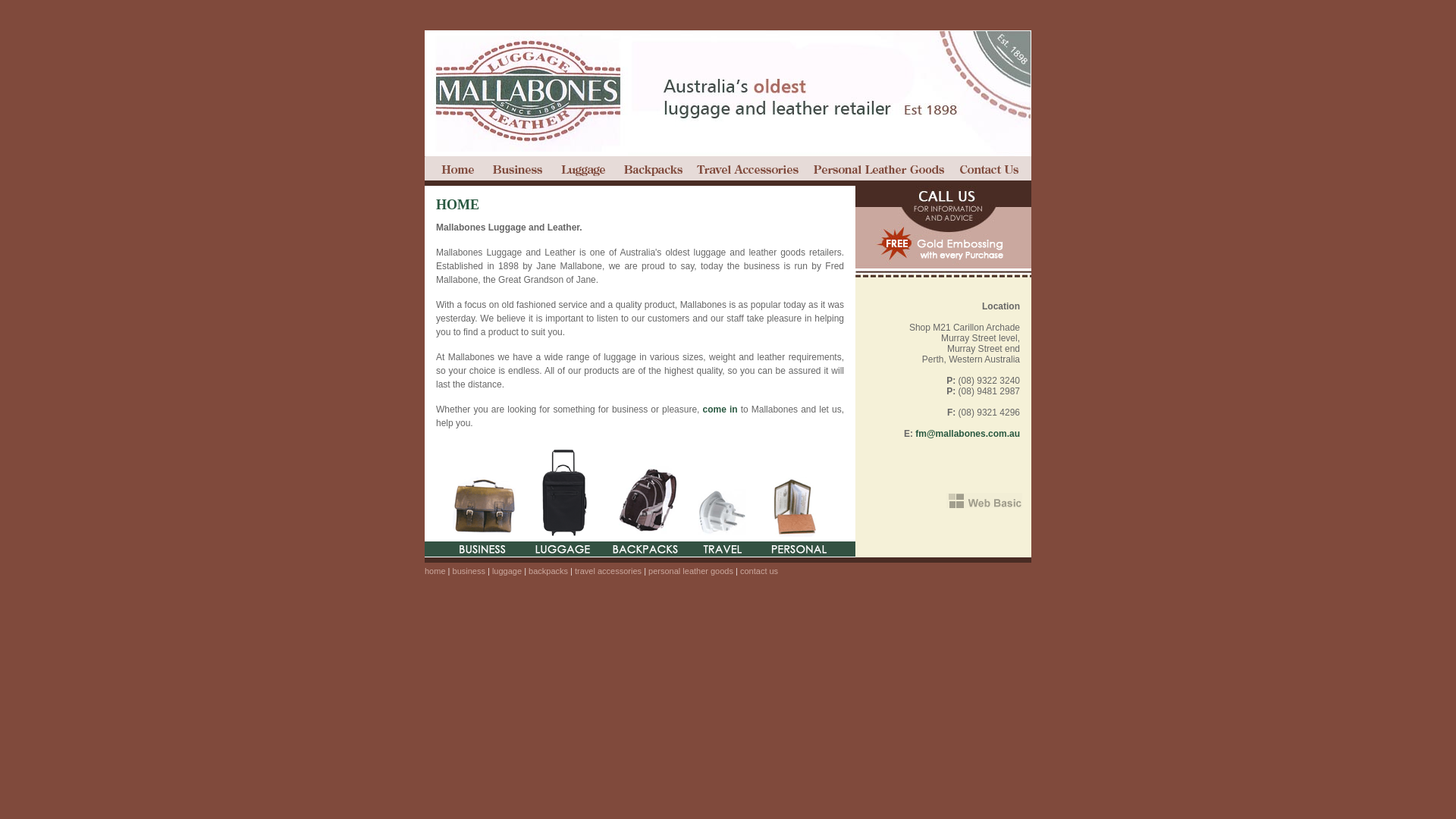  Describe the element at coordinates (759, 570) in the screenshot. I see `'contact us'` at that location.